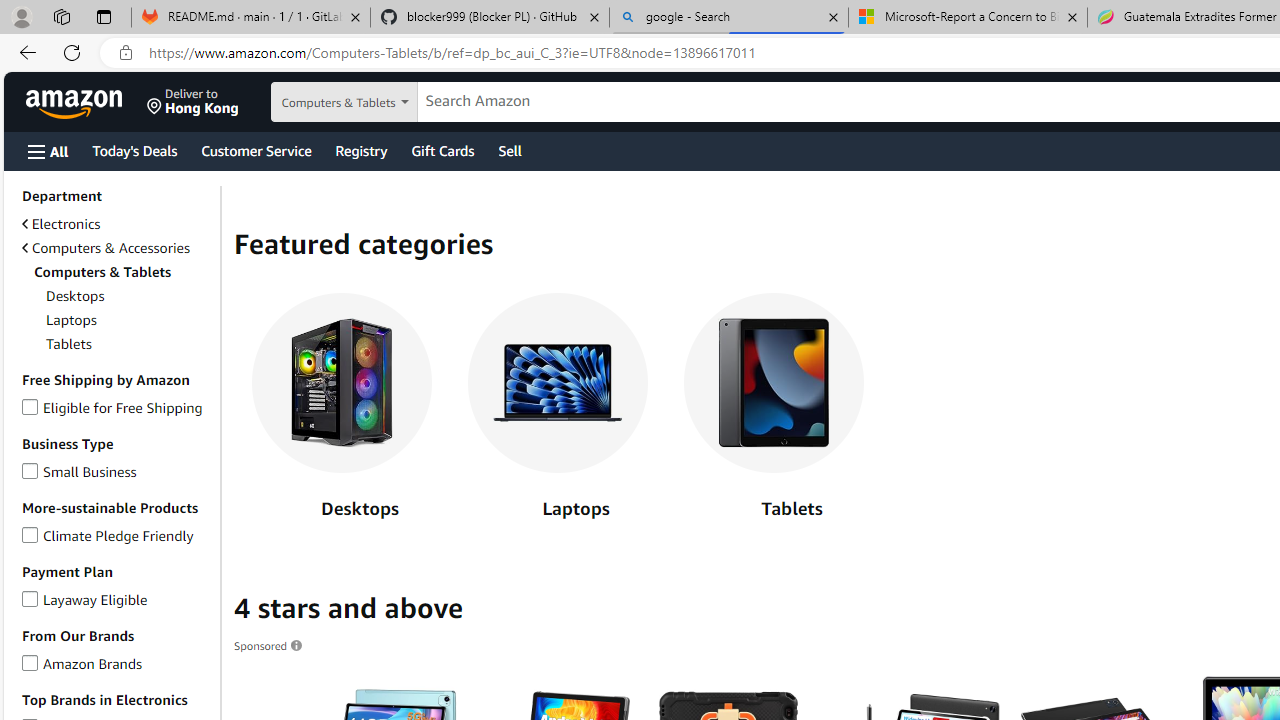 The height and width of the screenshot is (720, 1280). What do you see at coordinates (116, 471) in the screenshot?
I see `'Small BusinessSmall Business'` at bounding box center [116, 471].